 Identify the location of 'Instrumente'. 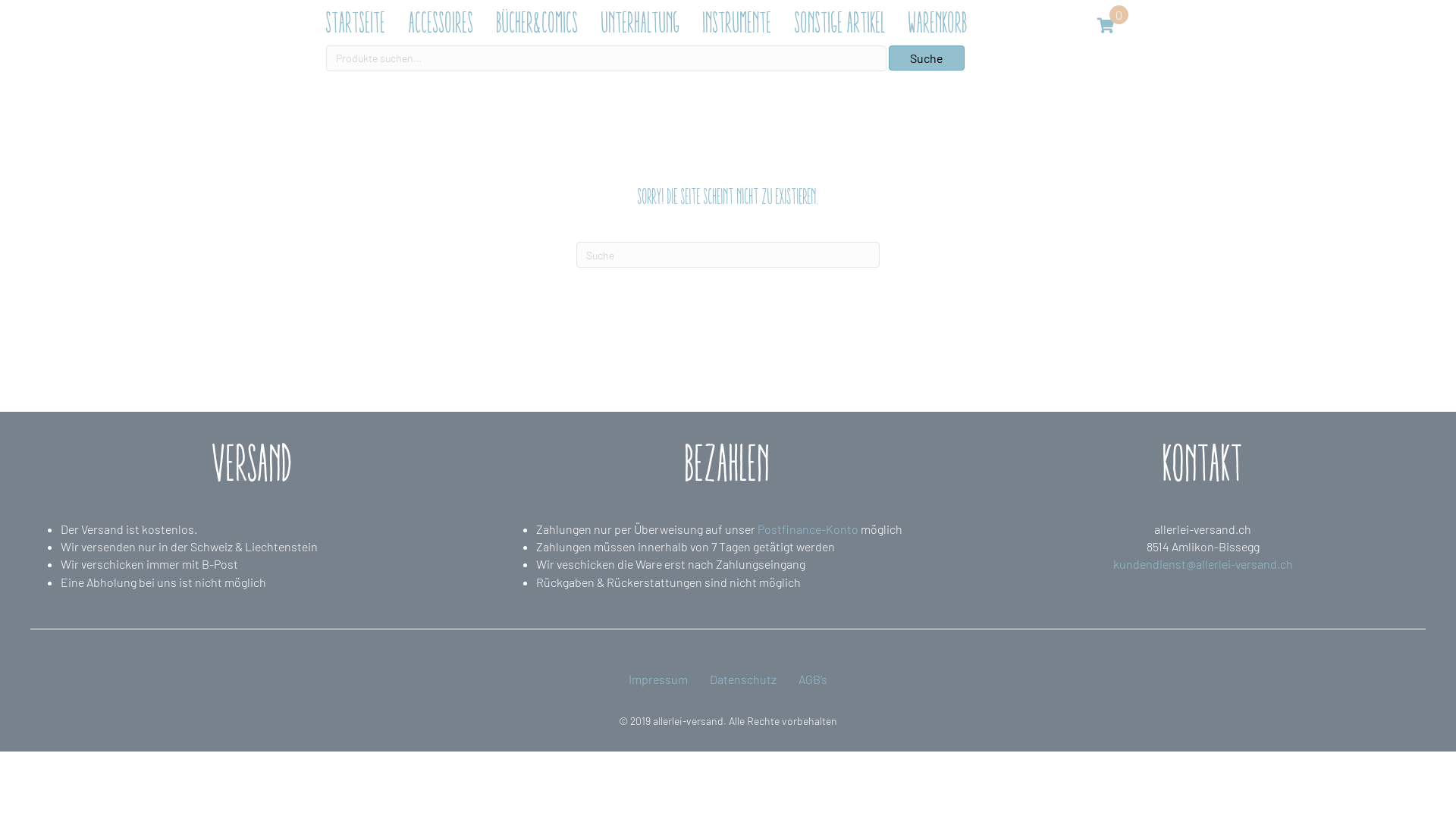
(694, 23).